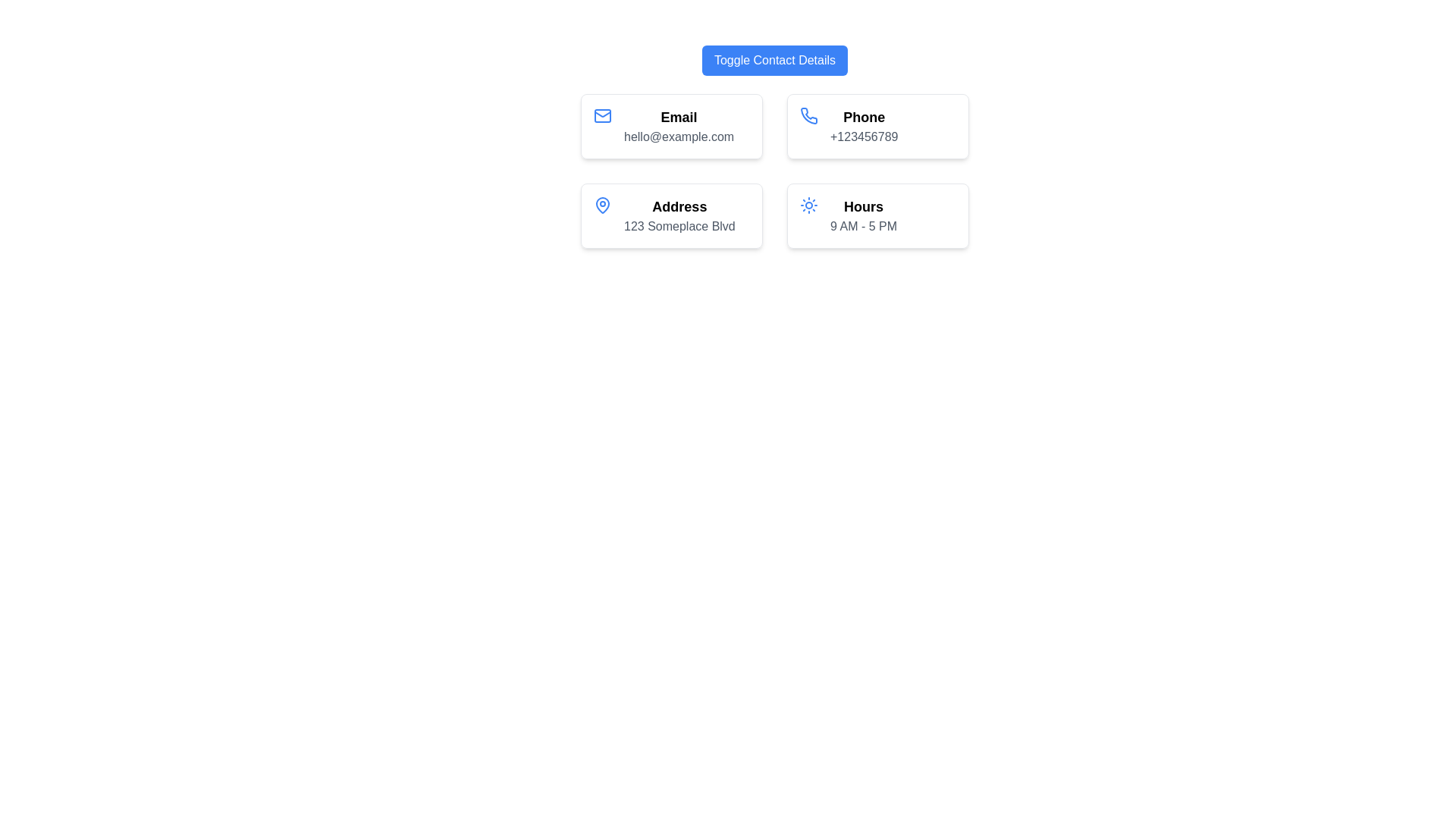  Describe the element at coordinates (679, 207) in the screenshot. I see `'Address' label text which is a bold heading located at the top of the 'Address' section in the bottom-left information card` at that location.